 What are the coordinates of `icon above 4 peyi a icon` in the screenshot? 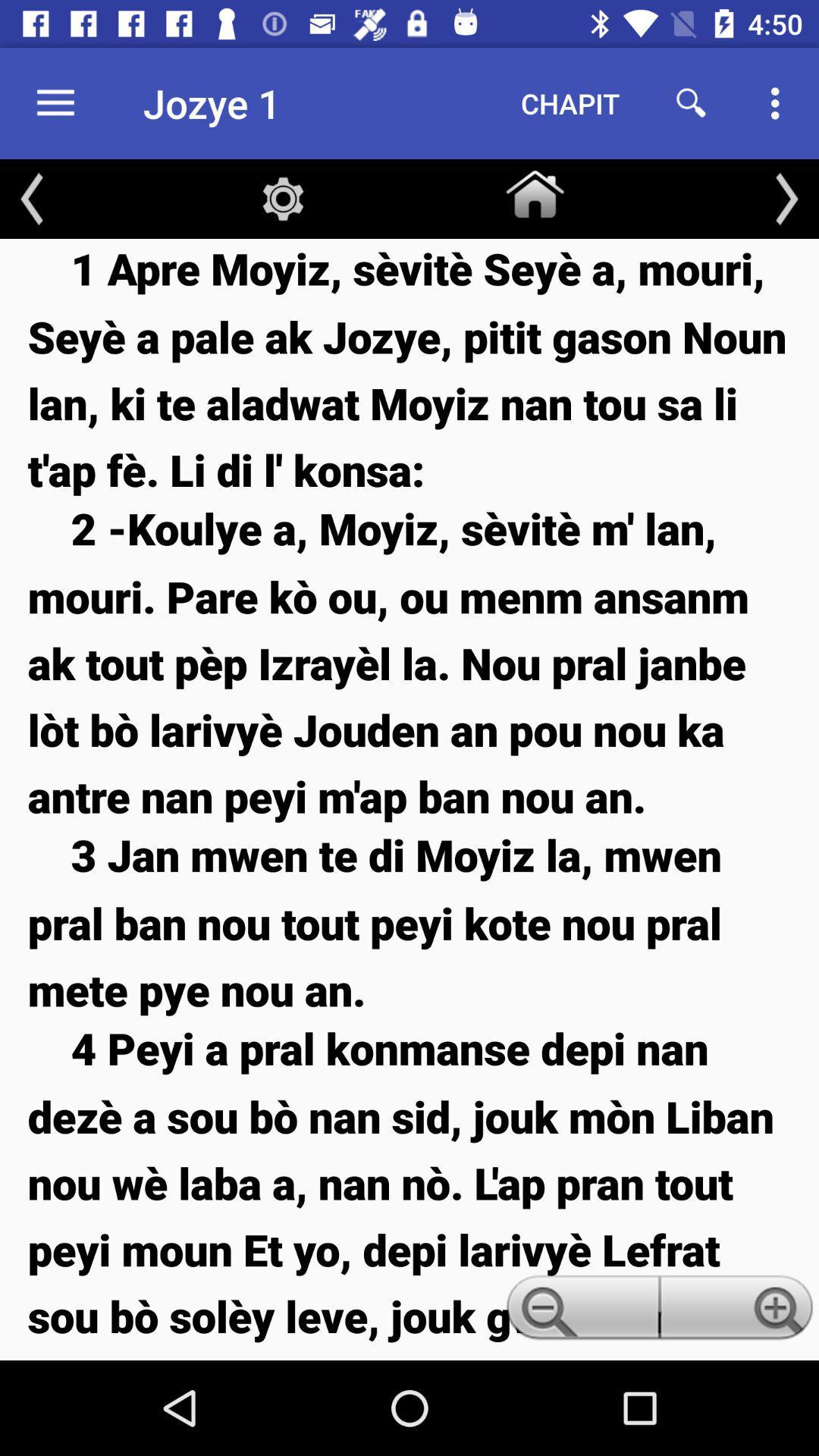 It's located at (409, 921).